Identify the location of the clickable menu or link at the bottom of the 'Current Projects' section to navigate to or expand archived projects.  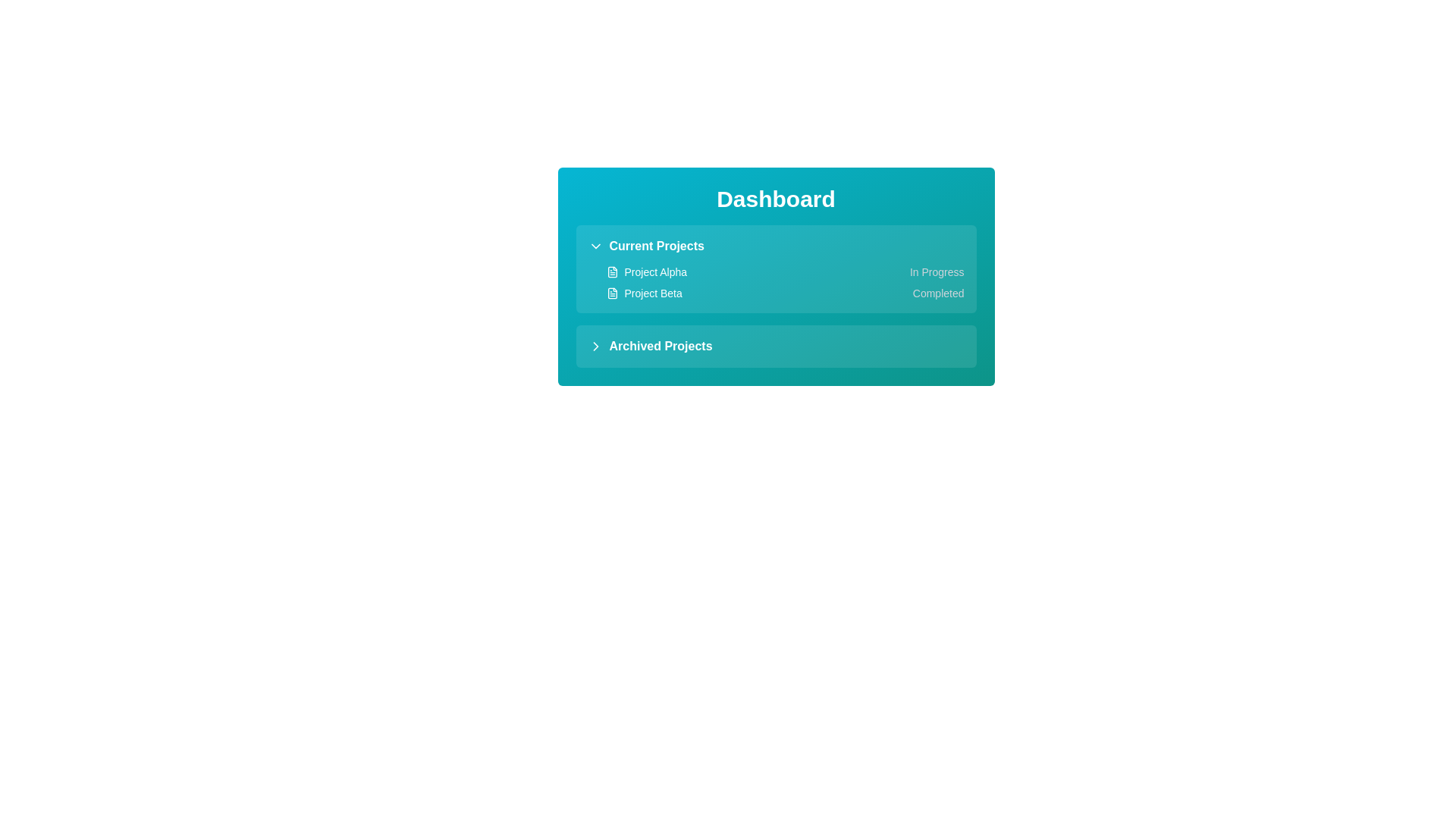
(650, 346).